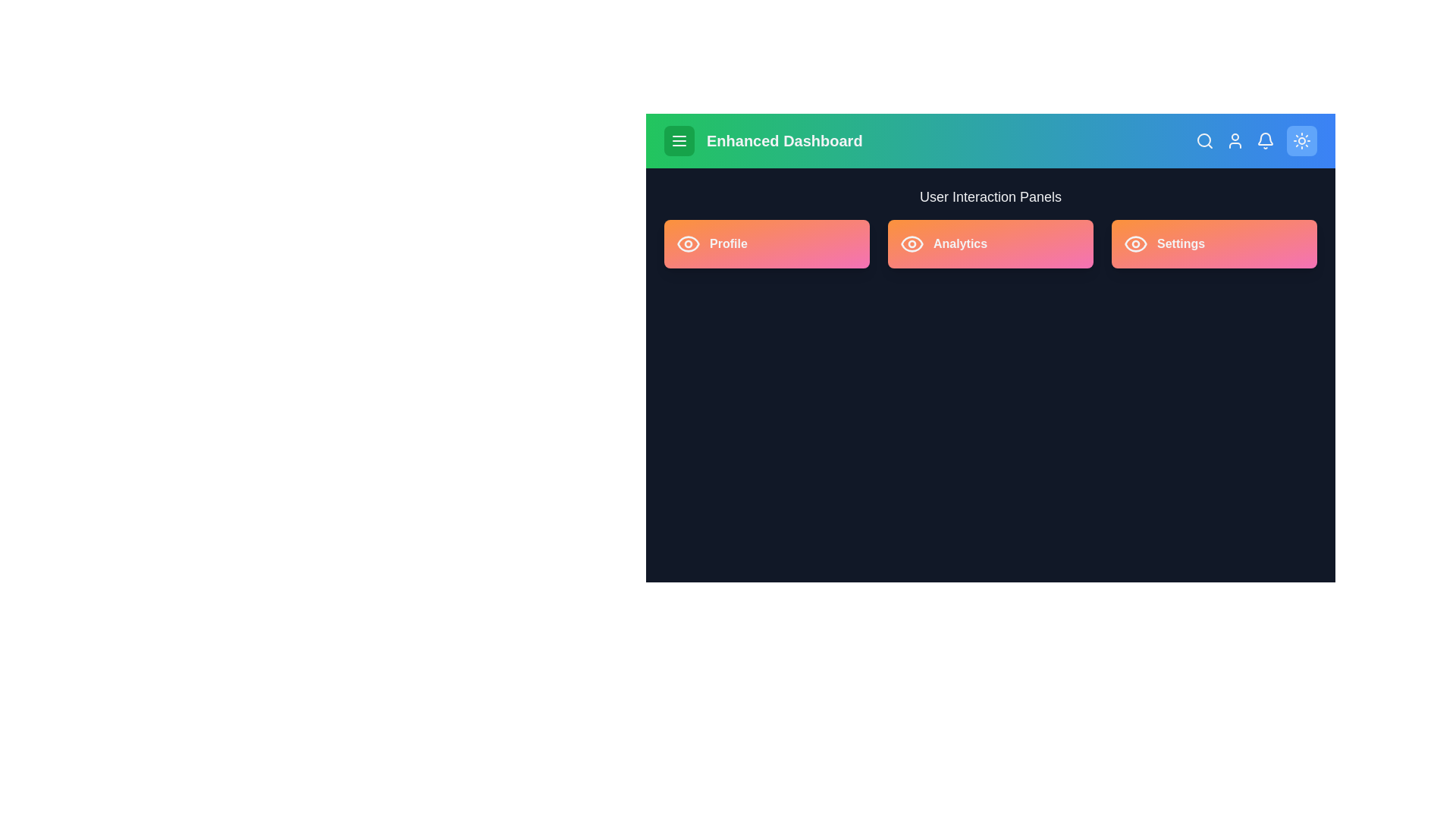  I want to click on the toggle theme button in the top-right corner of the EnhancedAppBar, so click(1301, 140).